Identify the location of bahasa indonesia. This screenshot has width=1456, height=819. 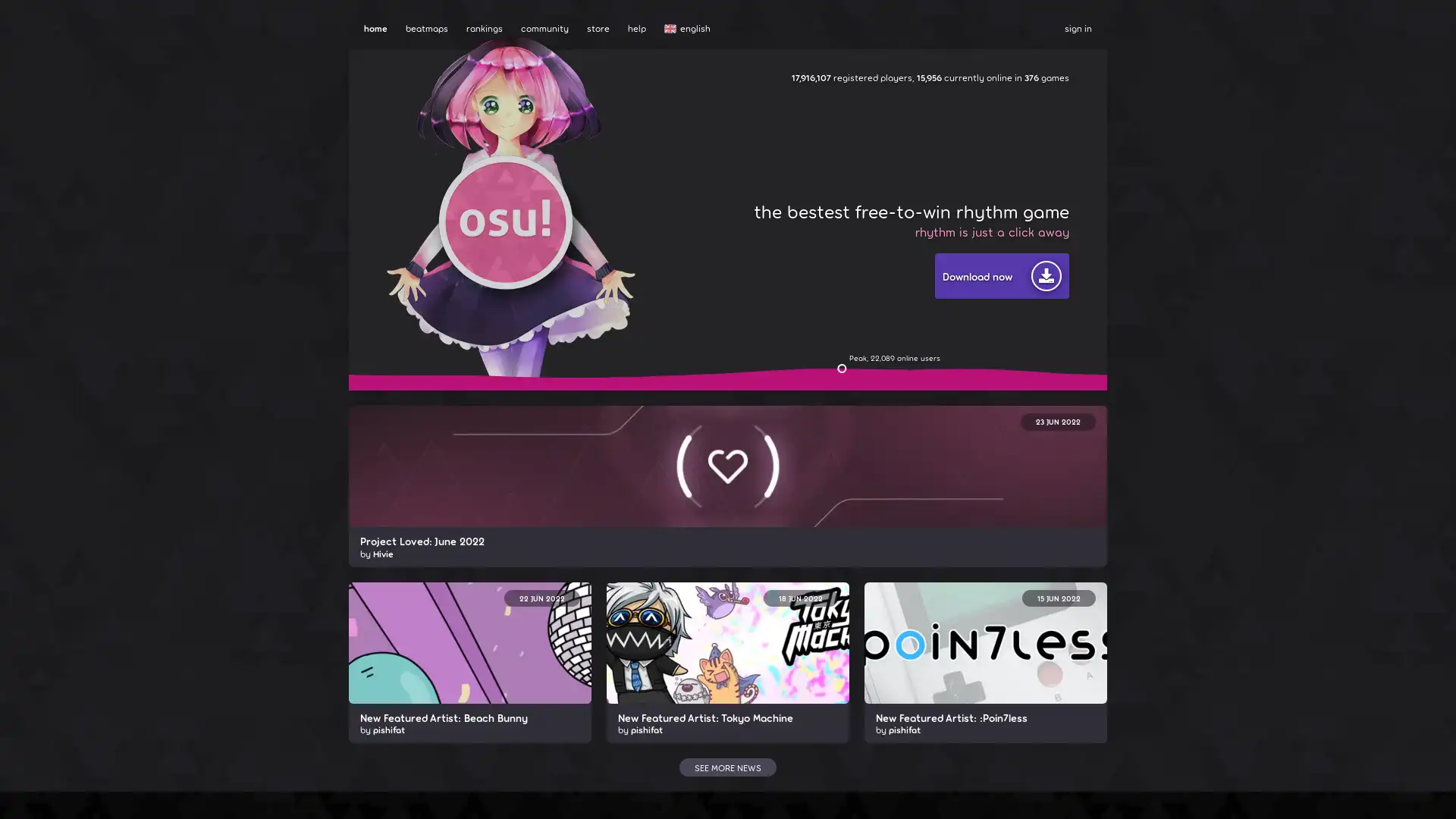
(709, 282).